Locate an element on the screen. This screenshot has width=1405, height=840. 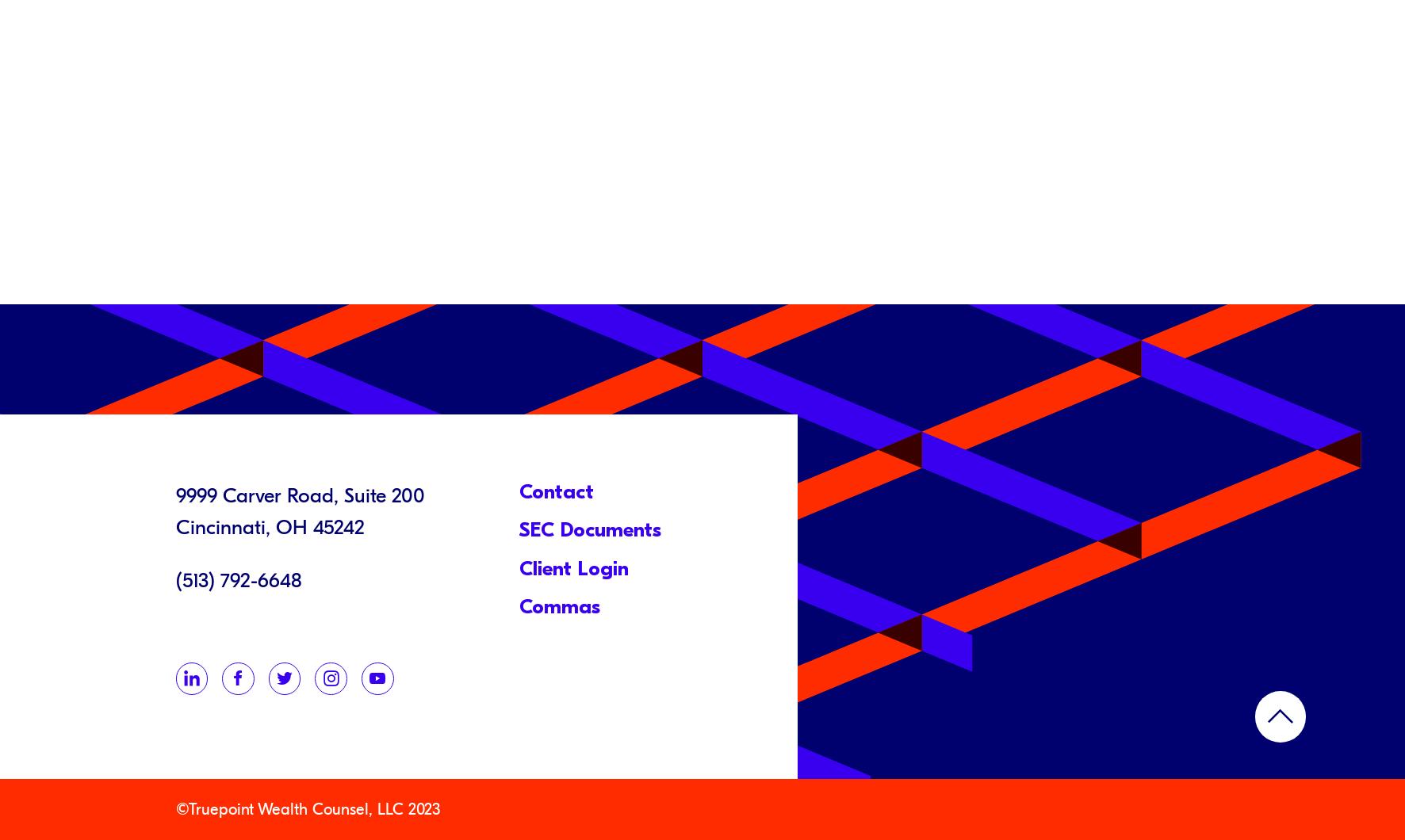
'SEC Documents' is located at coordinates (589, 529).